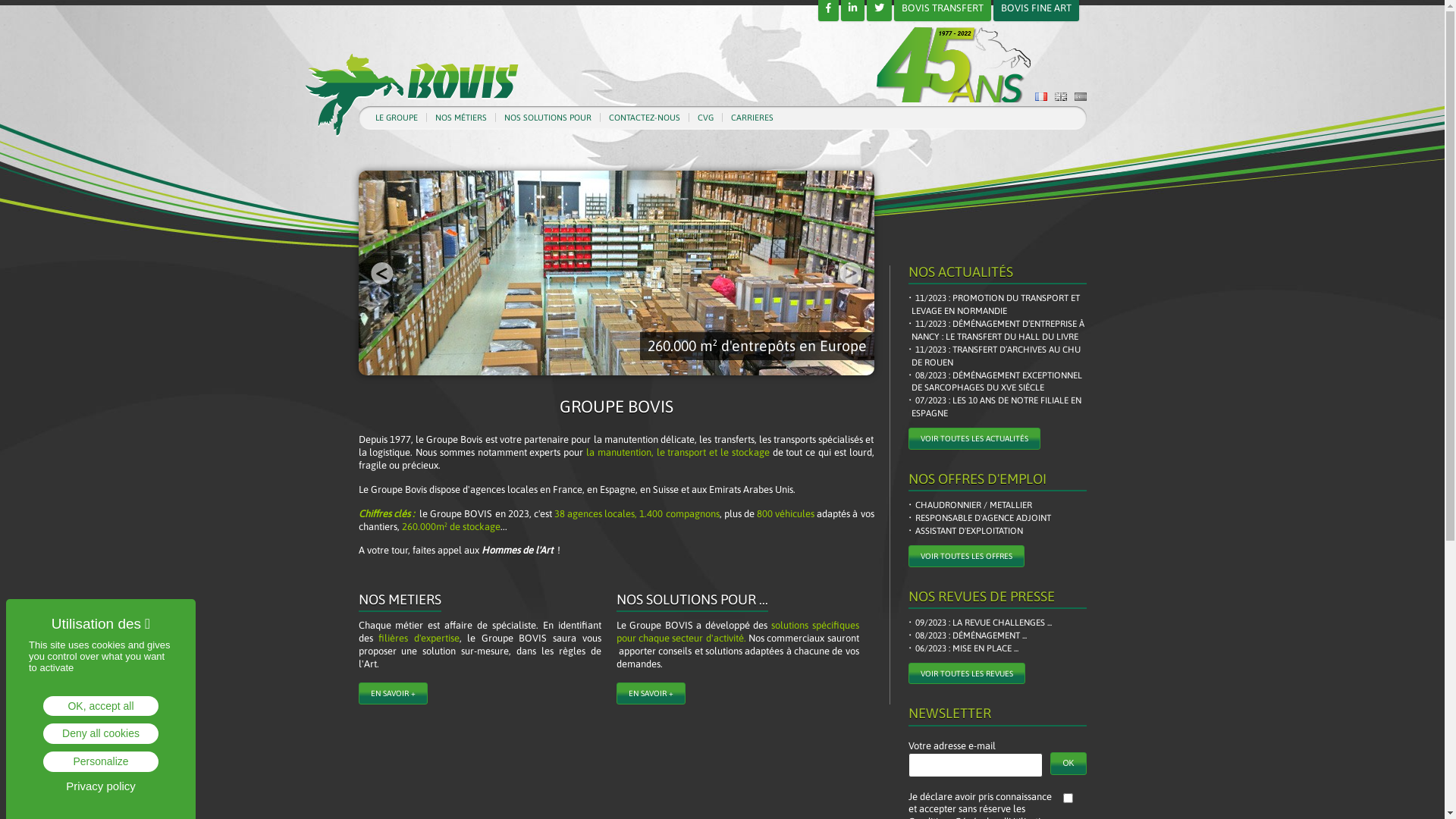 This screenshot has width=1456, height=819. I want to click on 'fr', so click(1040, 96).